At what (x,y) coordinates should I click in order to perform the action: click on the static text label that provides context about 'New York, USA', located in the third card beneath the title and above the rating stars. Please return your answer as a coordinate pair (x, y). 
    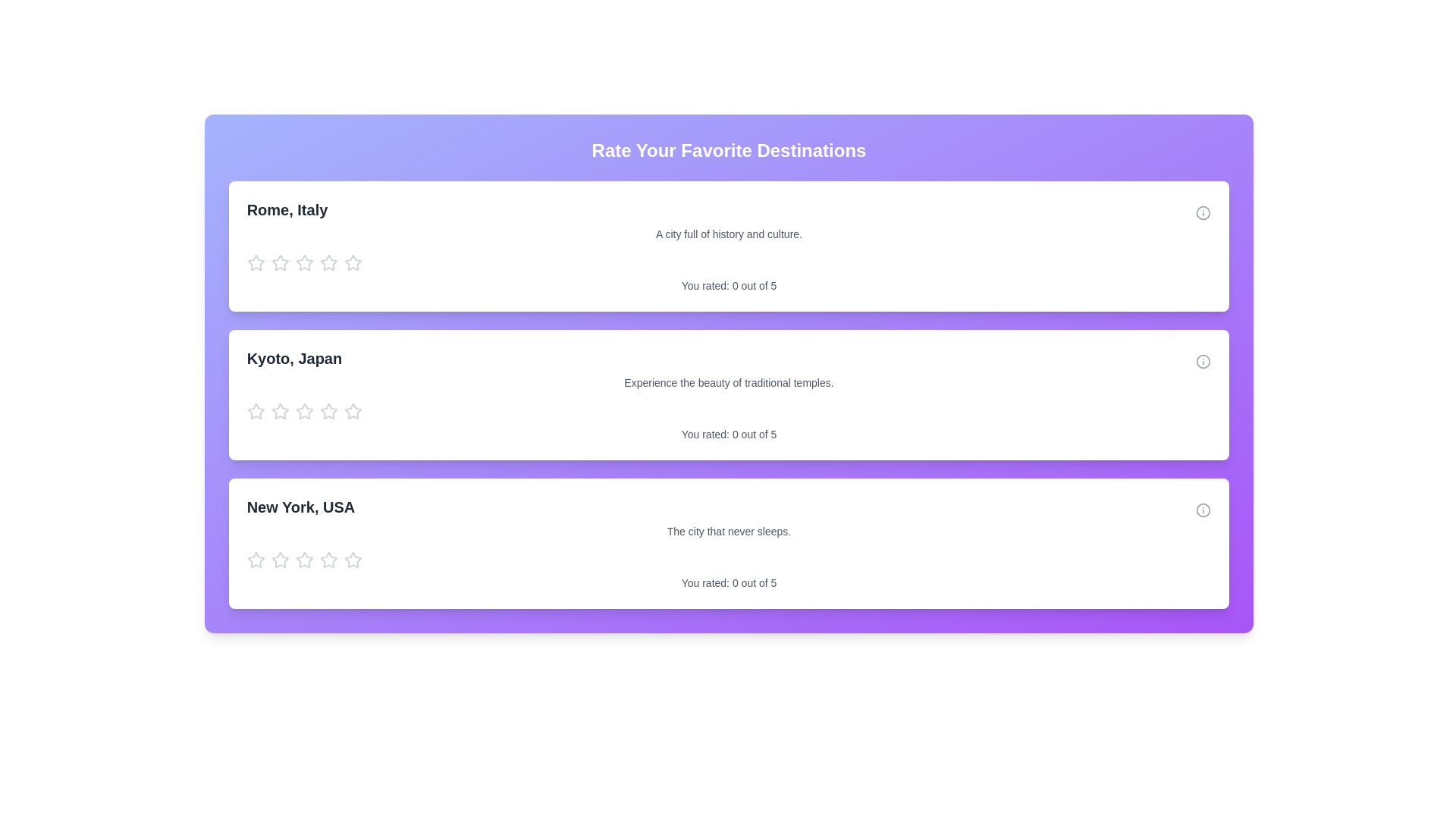
    Looking at the image, I should click on (729, 531).